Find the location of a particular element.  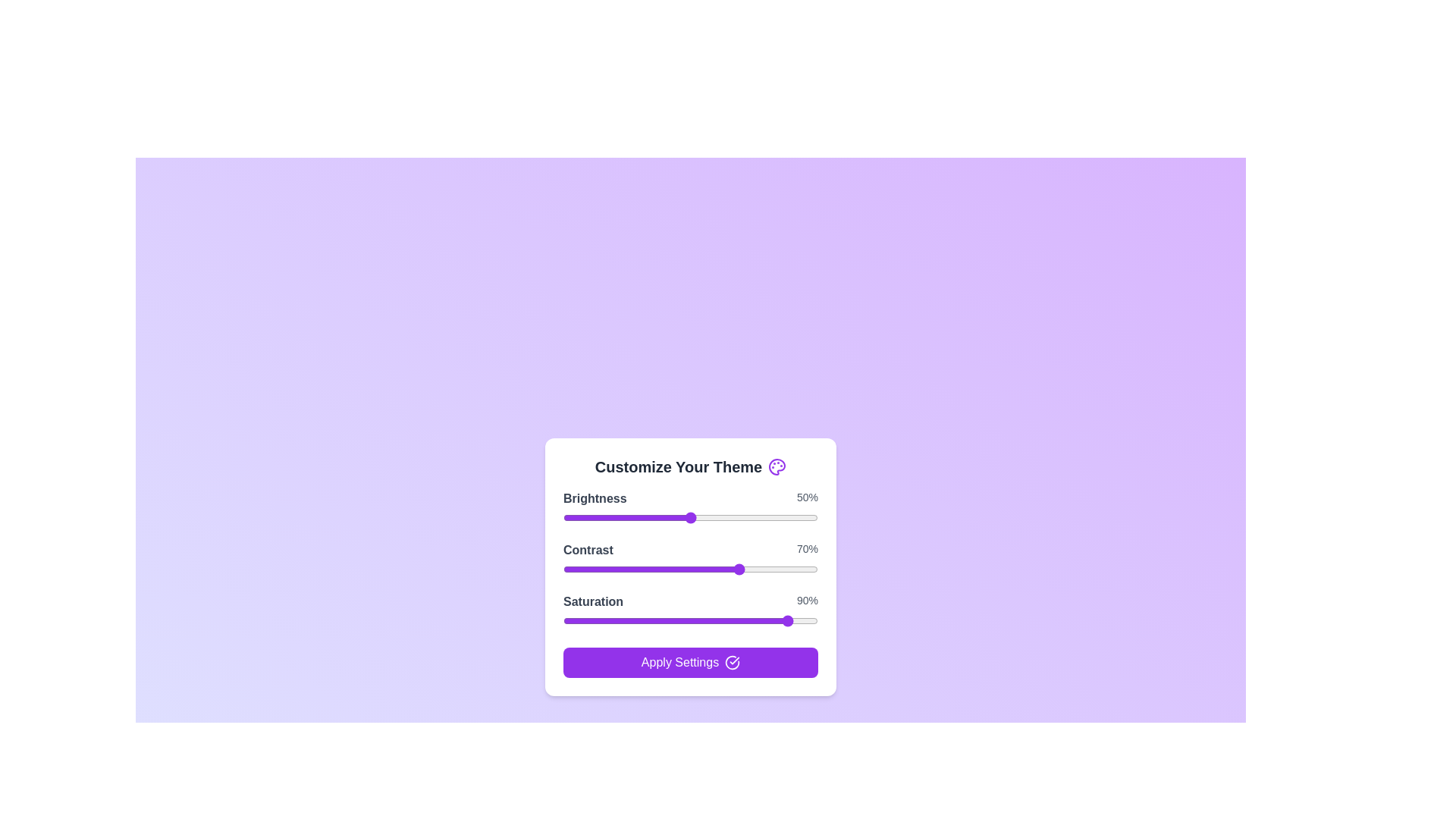

the brightness slider to 47% is located at coordinates (682, 516).